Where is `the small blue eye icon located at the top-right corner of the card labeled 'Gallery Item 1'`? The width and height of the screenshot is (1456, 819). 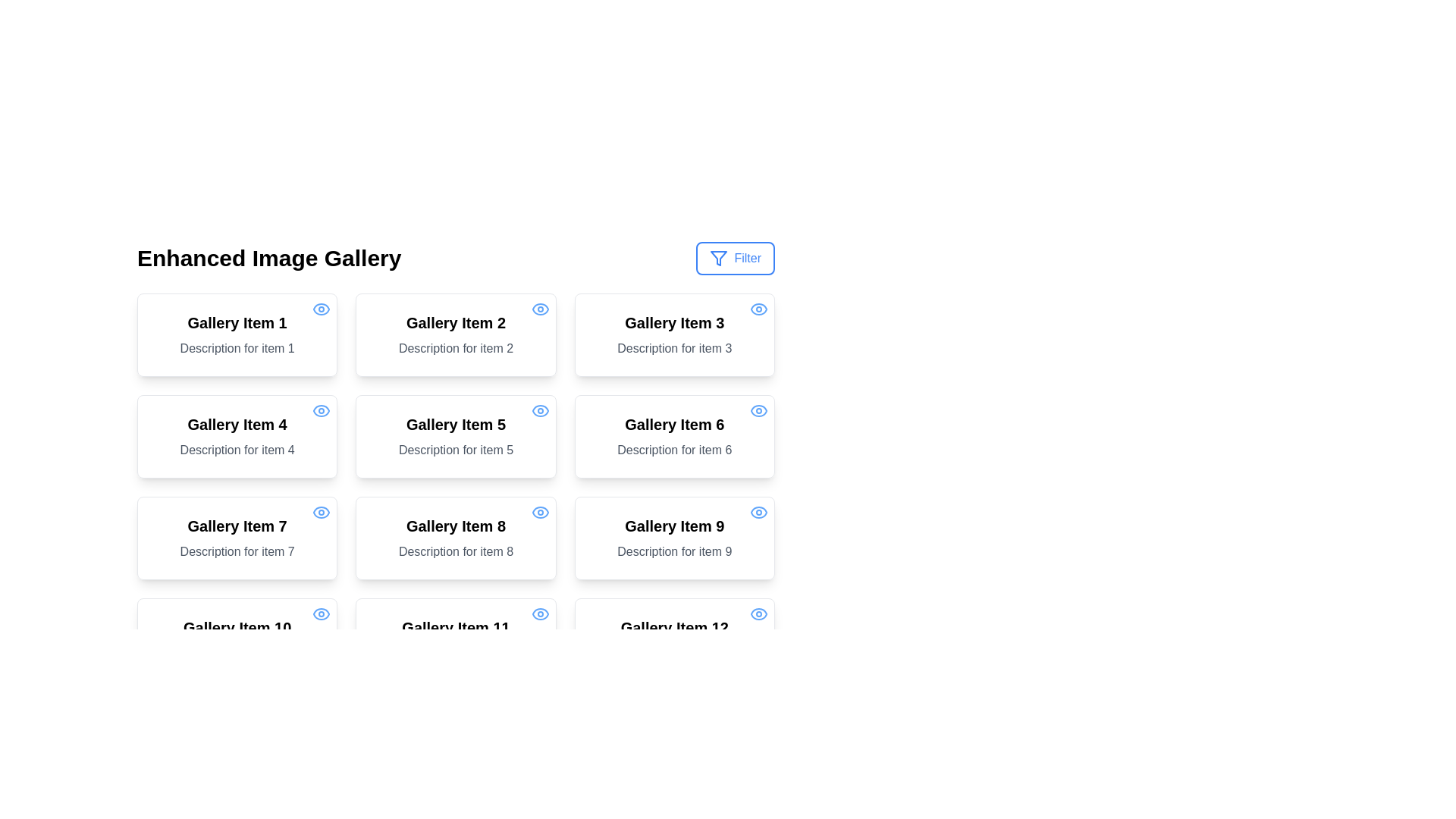
the small blue eye icon located at the top-right corner of the card labeled 'Gallery Item 1' is located at coordinates (321, 309).